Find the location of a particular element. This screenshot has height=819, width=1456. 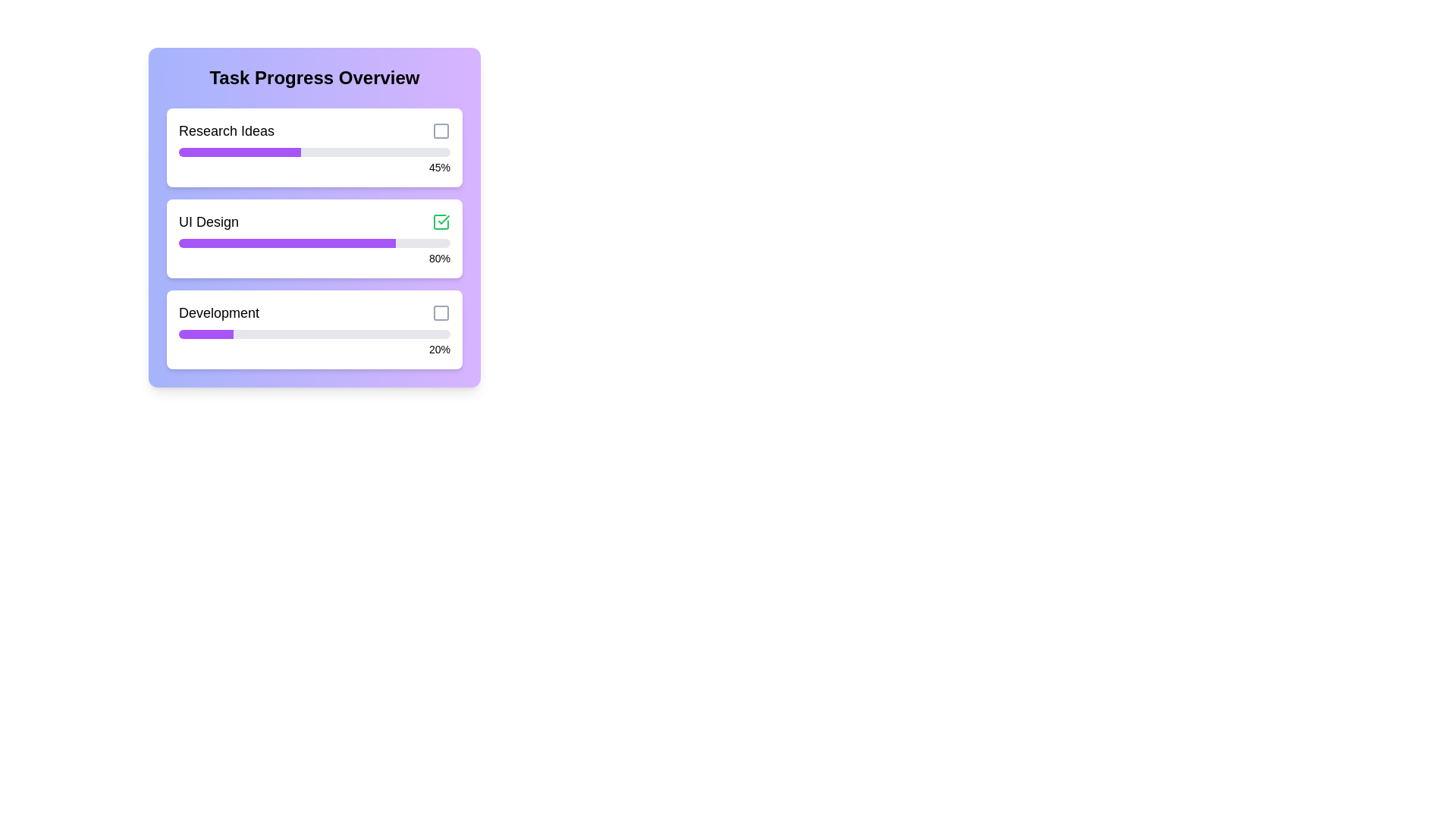

the status indicator icon representing the completion of the 'UI Design' task, located in the second task row, to visually indicate its status is located at coordinates (440, 222).